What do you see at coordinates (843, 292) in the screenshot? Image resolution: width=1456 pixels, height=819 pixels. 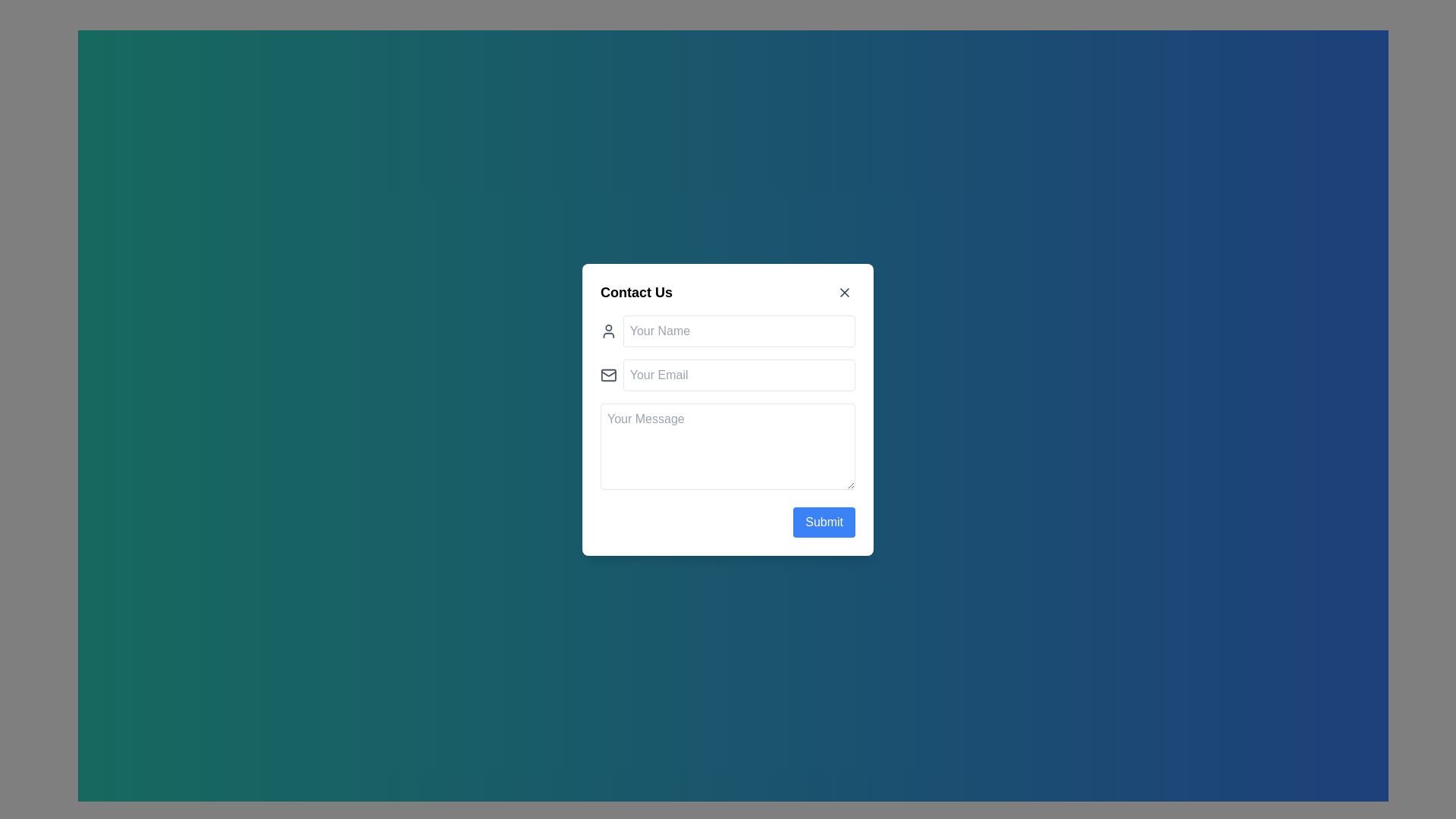 I see `the 'X' icon close button located in the top-right corner of the white dialog box` at bounding box center [843, 292].